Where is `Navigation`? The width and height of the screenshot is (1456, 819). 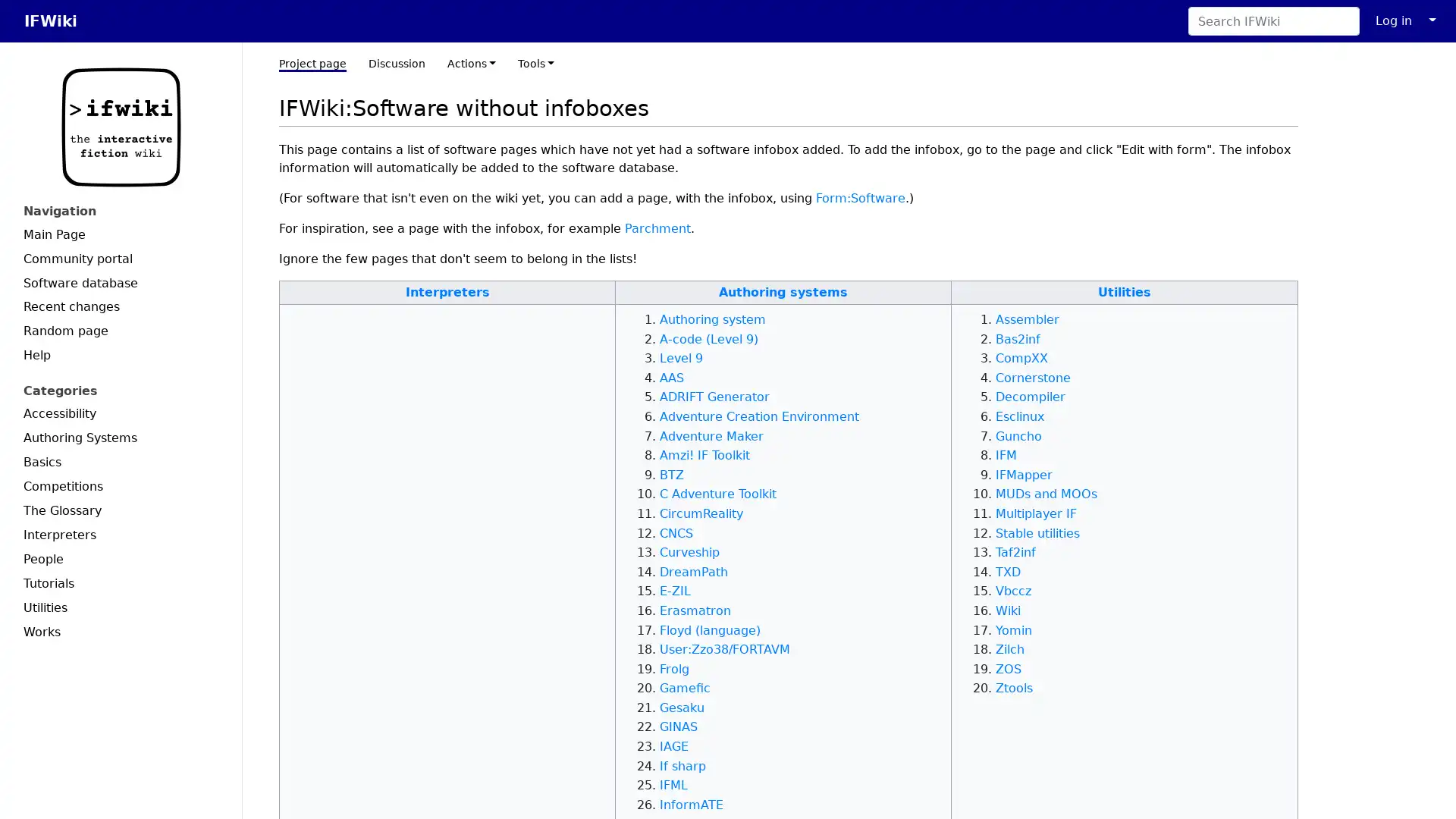 Navigation is located at coordinates (120, 211).